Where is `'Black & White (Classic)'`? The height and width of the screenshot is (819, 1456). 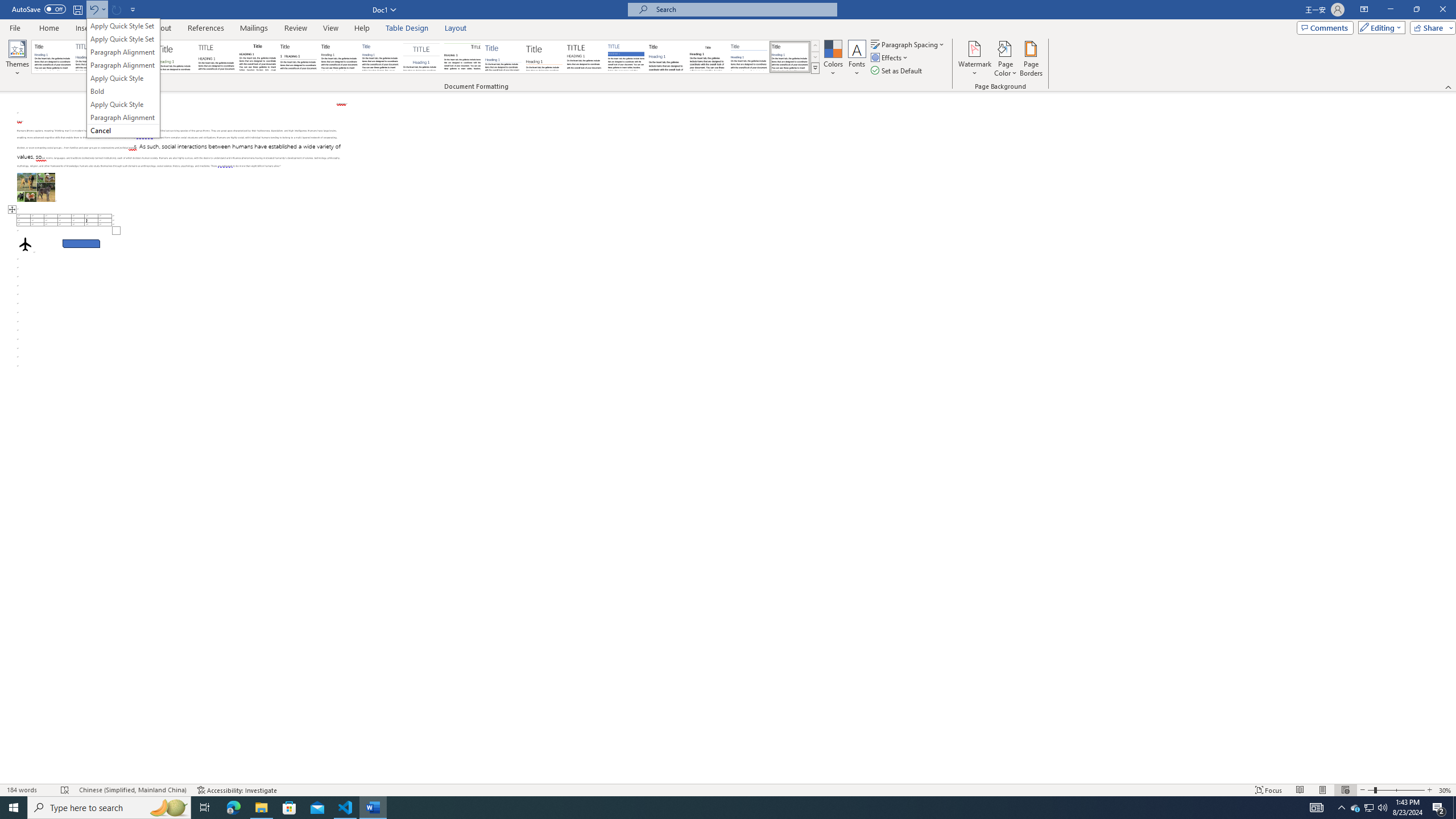
'Black & White (Classic)' is located at coordinates (257, 56).